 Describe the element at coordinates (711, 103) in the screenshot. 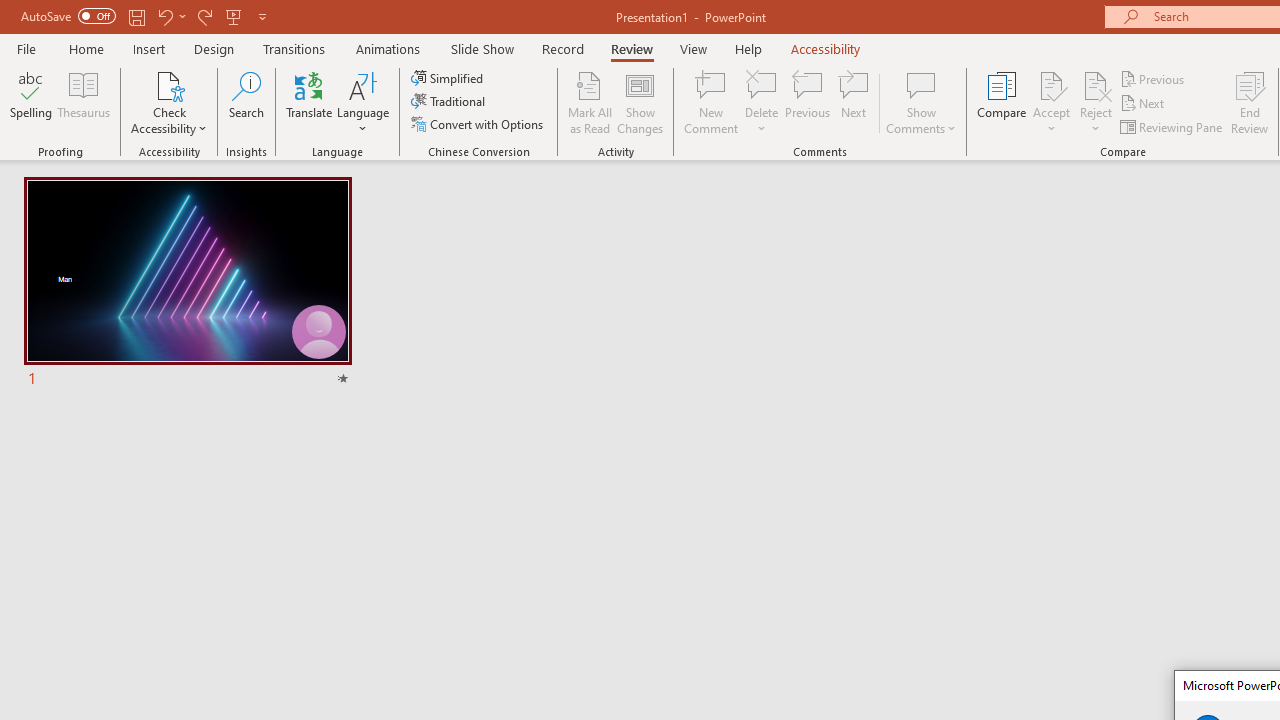

I see `'New Comment'` at that location.